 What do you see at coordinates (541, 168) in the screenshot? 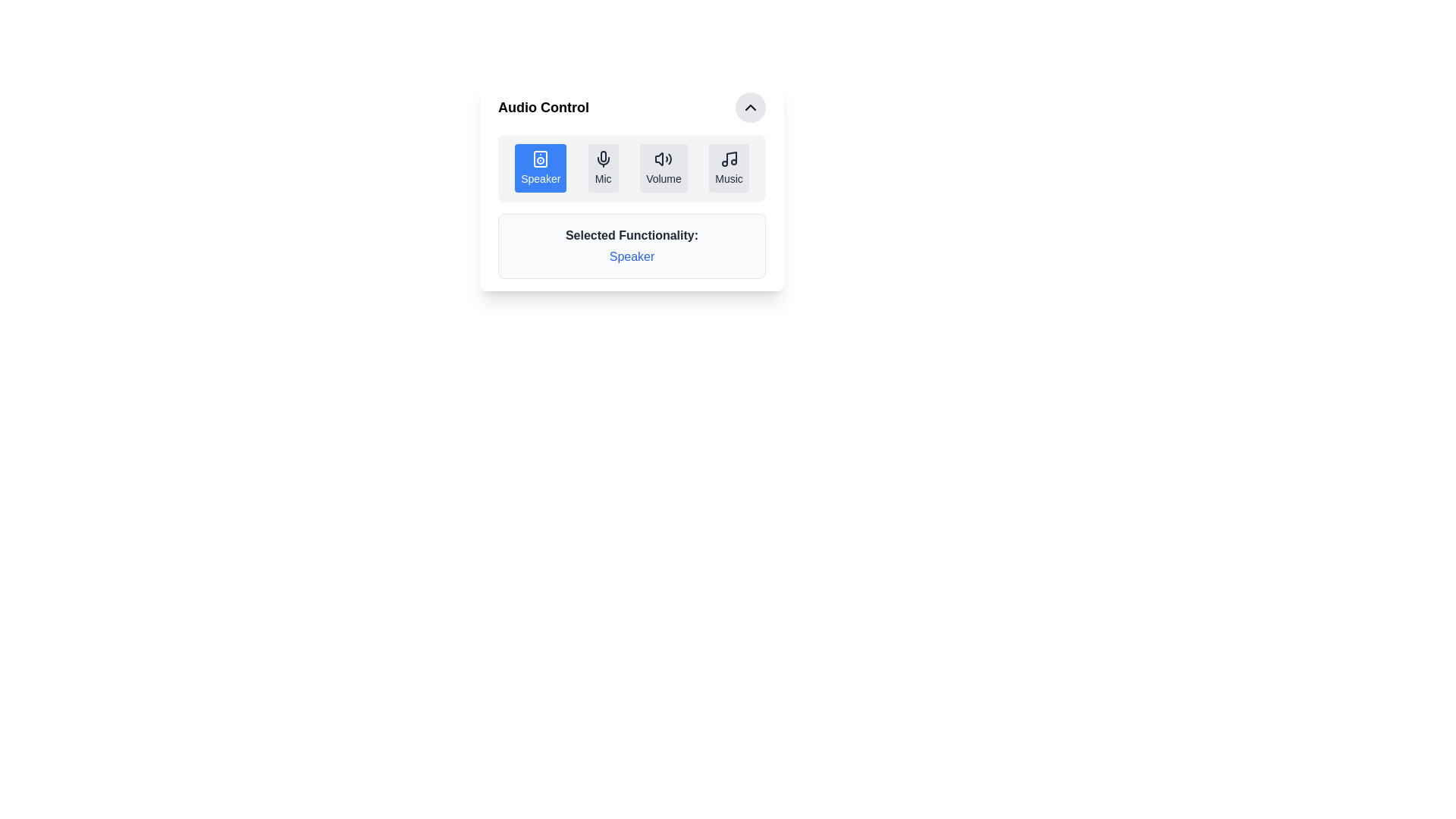
I see `the 'Speaker' button, which is a blue rectangular button with rounded corners displaying white text and a speaker icon, located at the top center of the audio control interface` at bounding box center [541, 168].